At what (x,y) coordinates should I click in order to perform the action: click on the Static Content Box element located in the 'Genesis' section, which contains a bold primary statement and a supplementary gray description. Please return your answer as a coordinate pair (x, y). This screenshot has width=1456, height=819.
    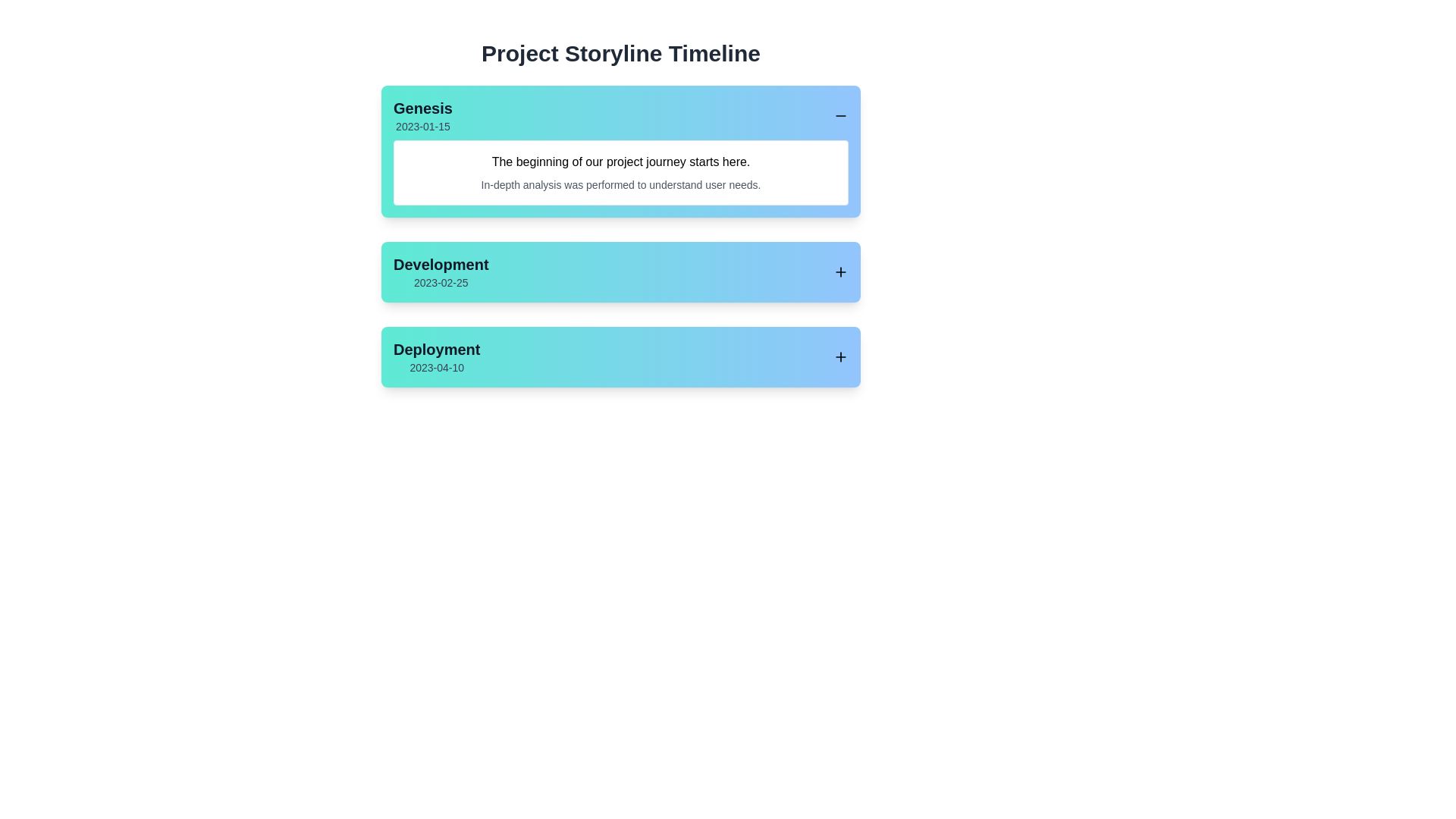
    Looking at the image, I should click on (621, 171).